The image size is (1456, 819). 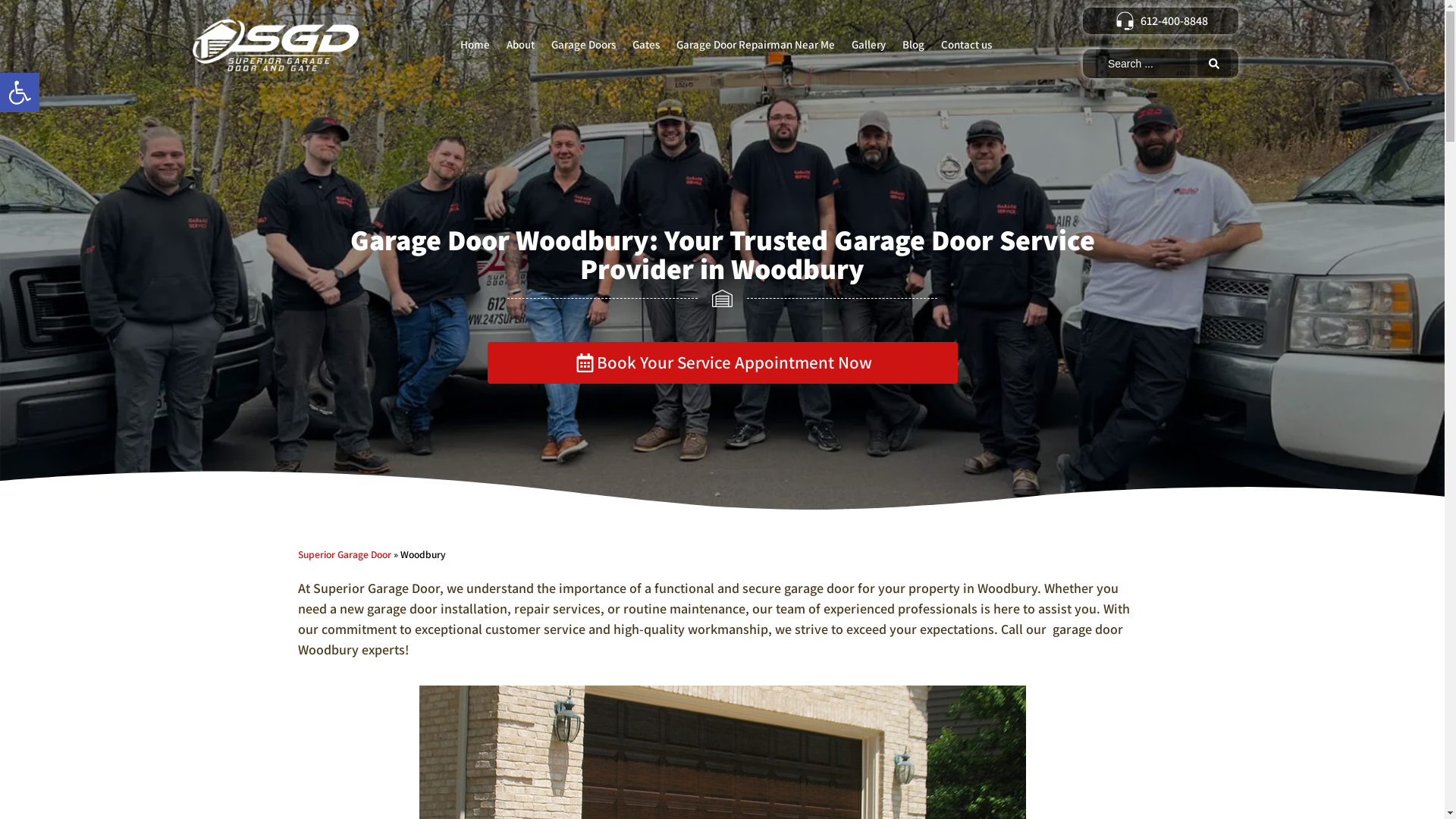 What do you see at coordinates (19, 93) in the screenshot?
I see `'Open toolbar` at bounding box center [19, 93].